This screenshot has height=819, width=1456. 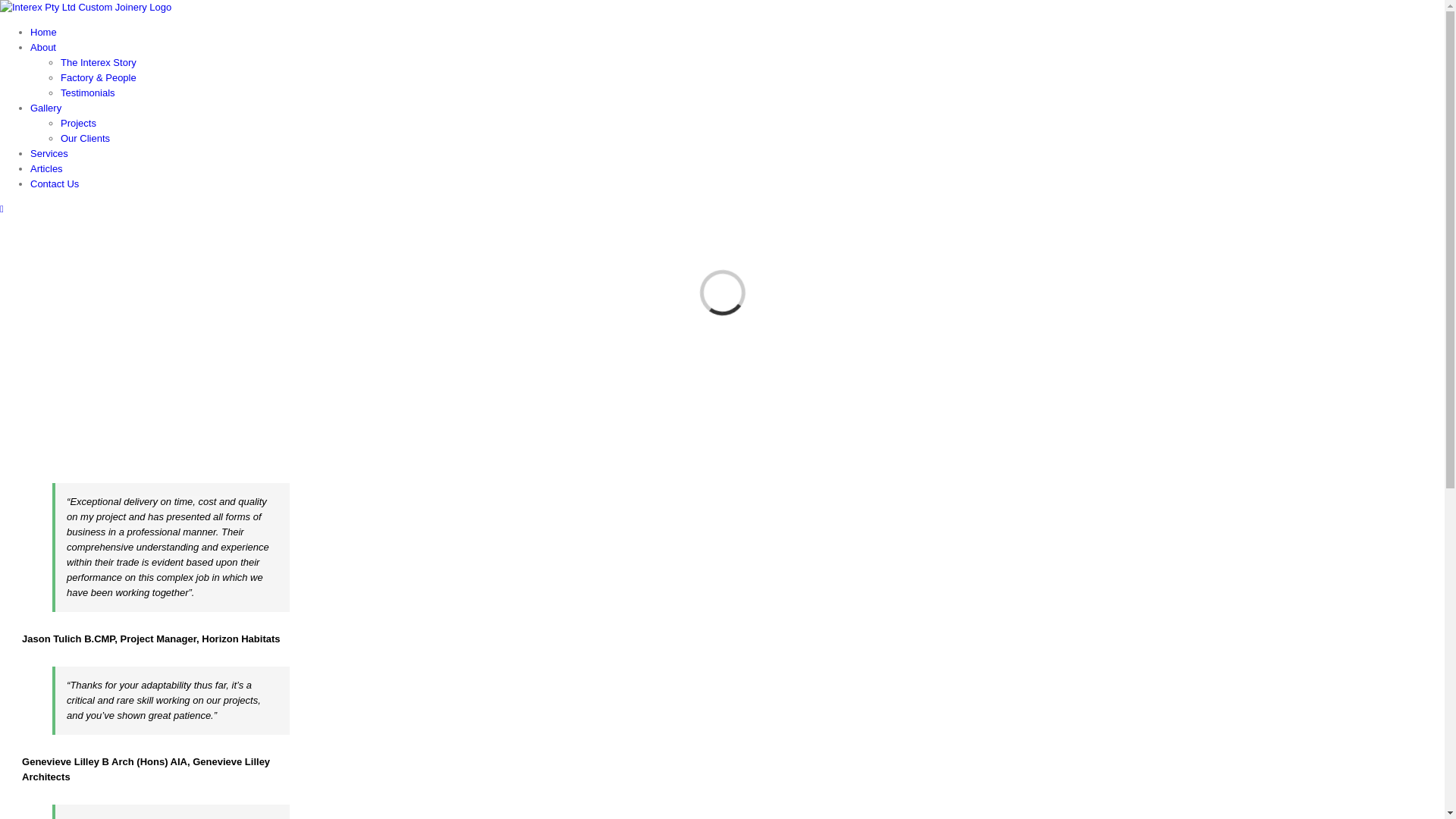 I want to click on 'The Interex Story', so click(x=97, y=61).